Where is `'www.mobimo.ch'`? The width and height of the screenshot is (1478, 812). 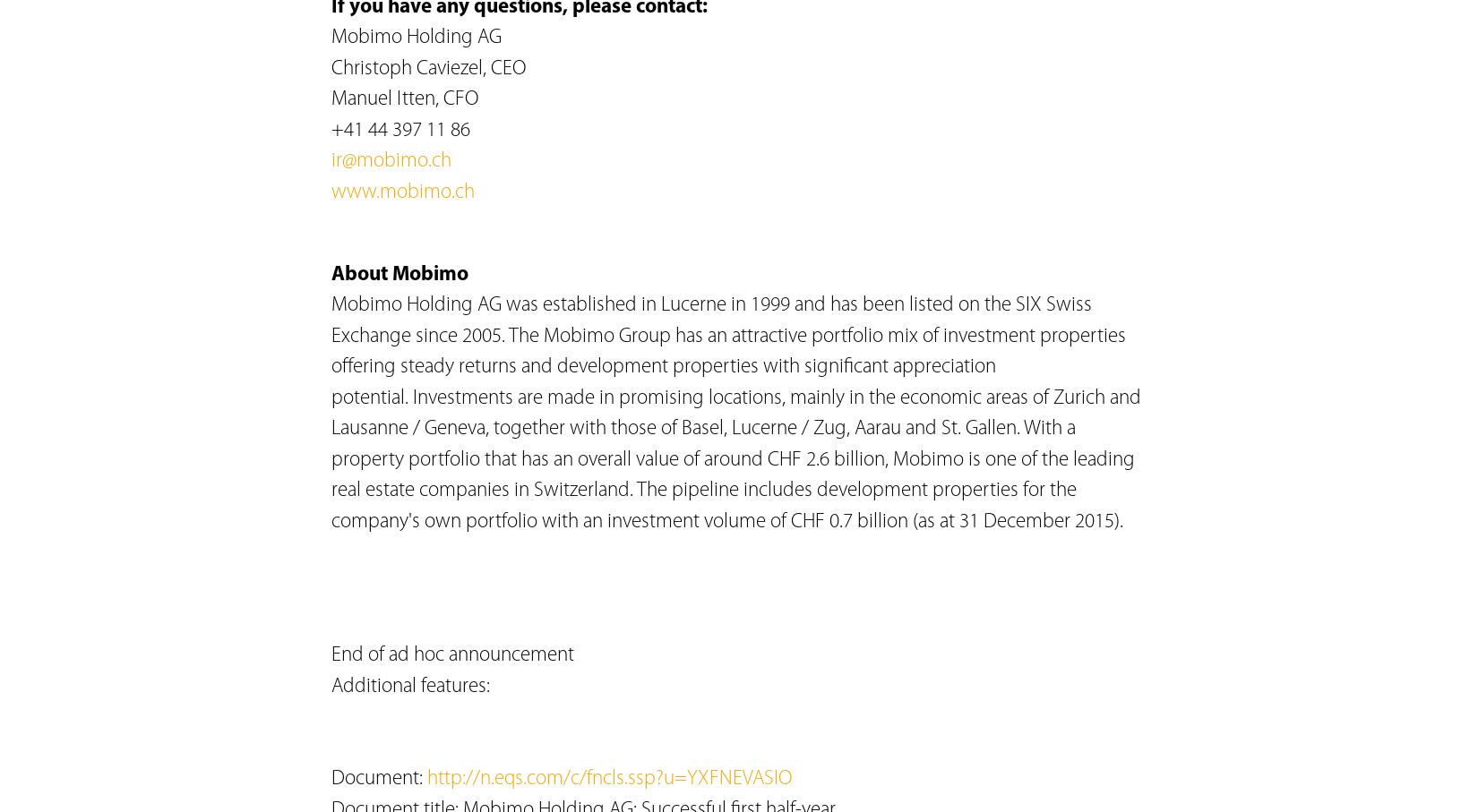
'www.mobimo.ch' is located at coordinates (401, 192).